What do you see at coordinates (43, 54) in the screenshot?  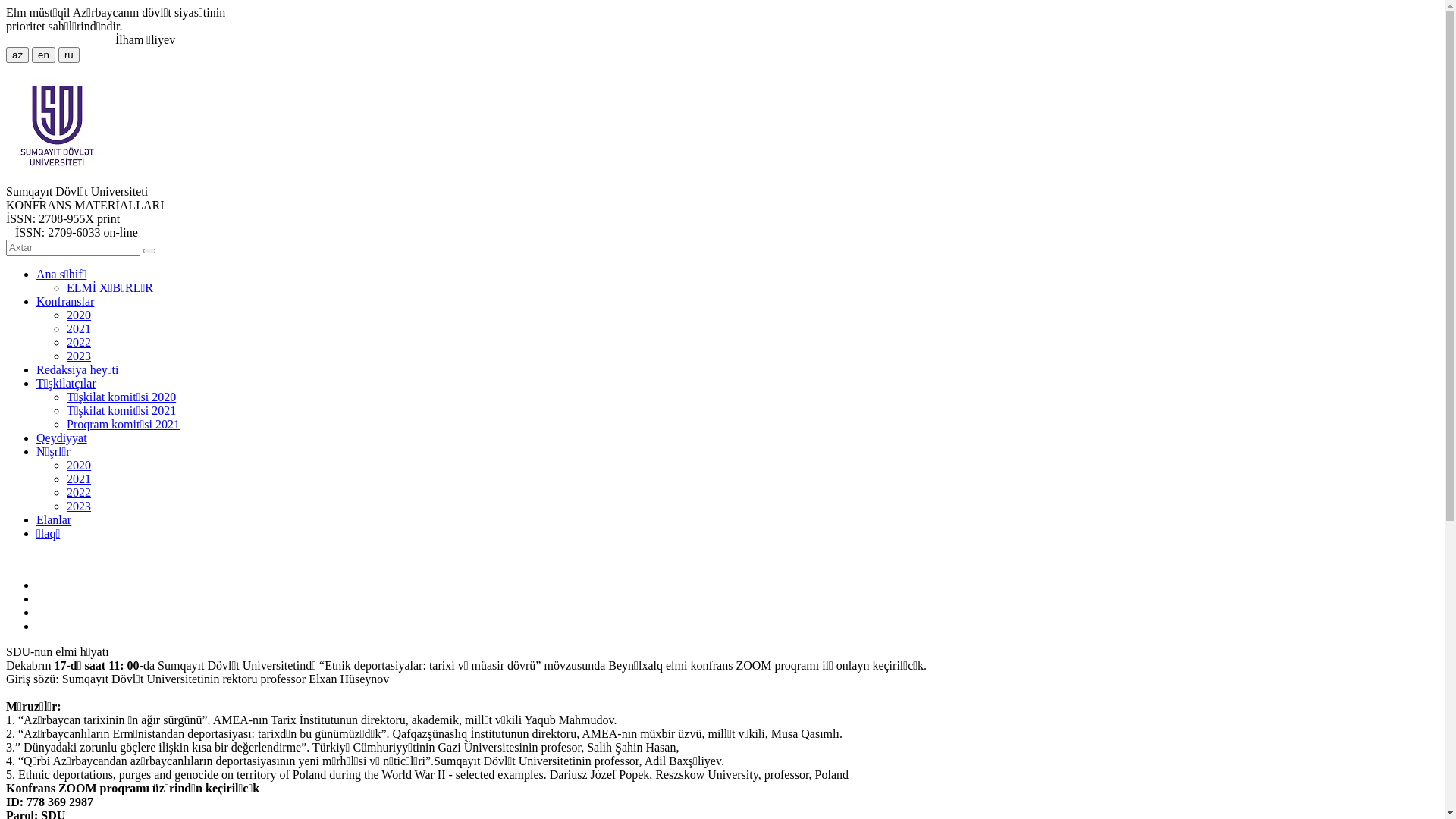 I see `'en'` at bounding box center [43, 54].